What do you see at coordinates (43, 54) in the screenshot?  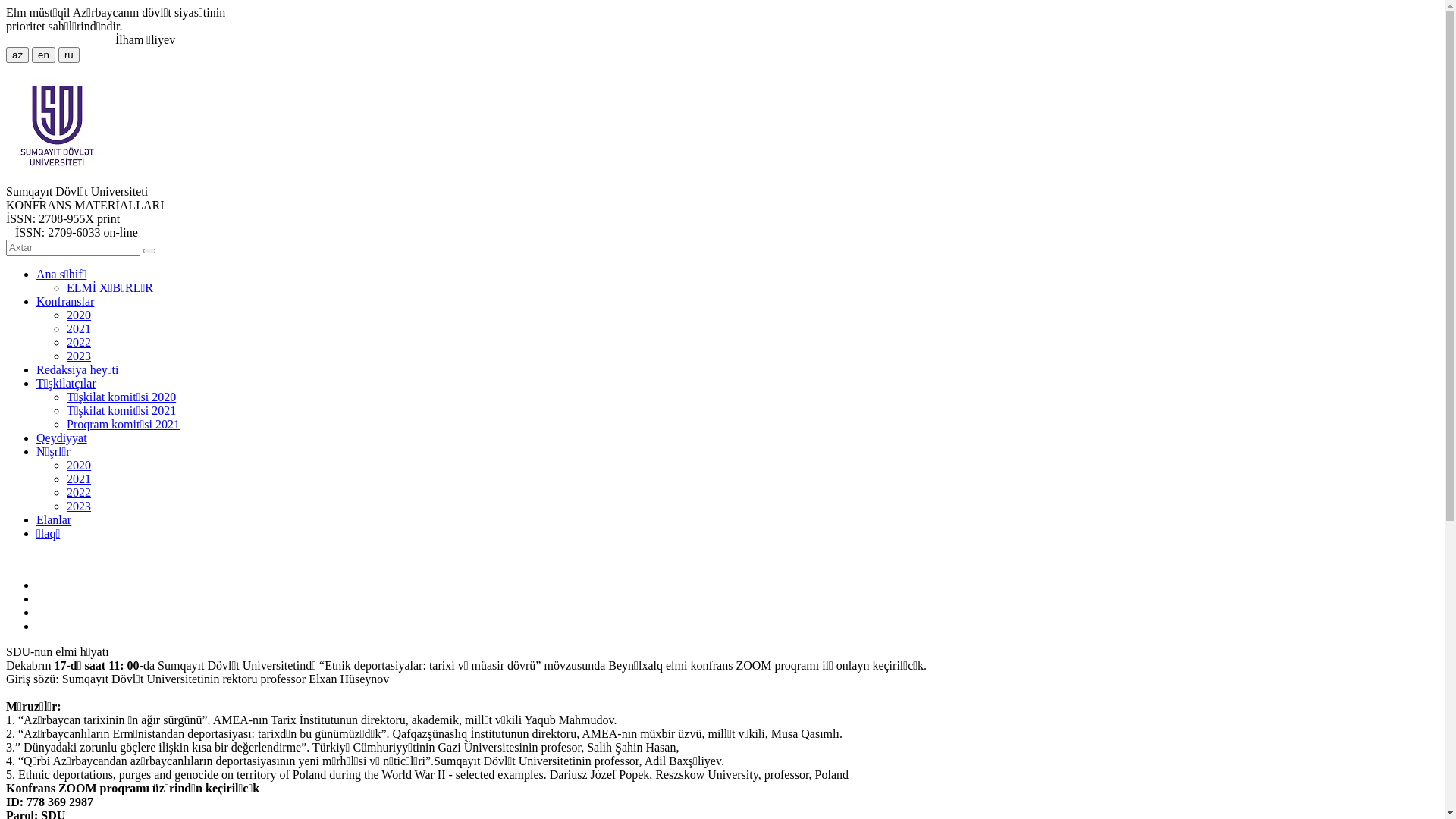 I see `'en'` at bounding box center [43, 54].